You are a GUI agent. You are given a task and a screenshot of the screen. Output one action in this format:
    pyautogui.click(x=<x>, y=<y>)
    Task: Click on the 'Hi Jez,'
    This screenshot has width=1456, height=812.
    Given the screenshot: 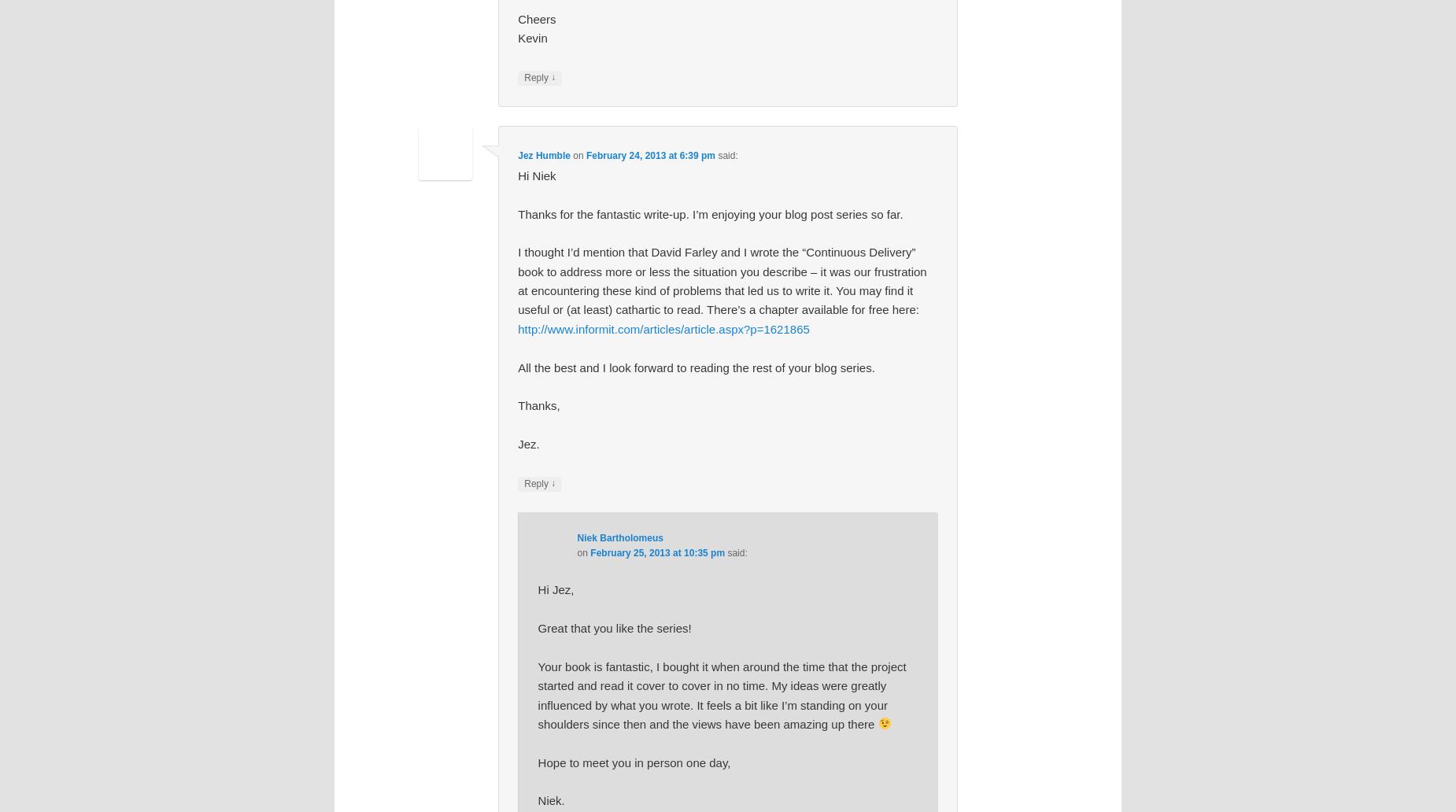 What is the action you would take?
    pyautogui.click(x=555, y=589)
    